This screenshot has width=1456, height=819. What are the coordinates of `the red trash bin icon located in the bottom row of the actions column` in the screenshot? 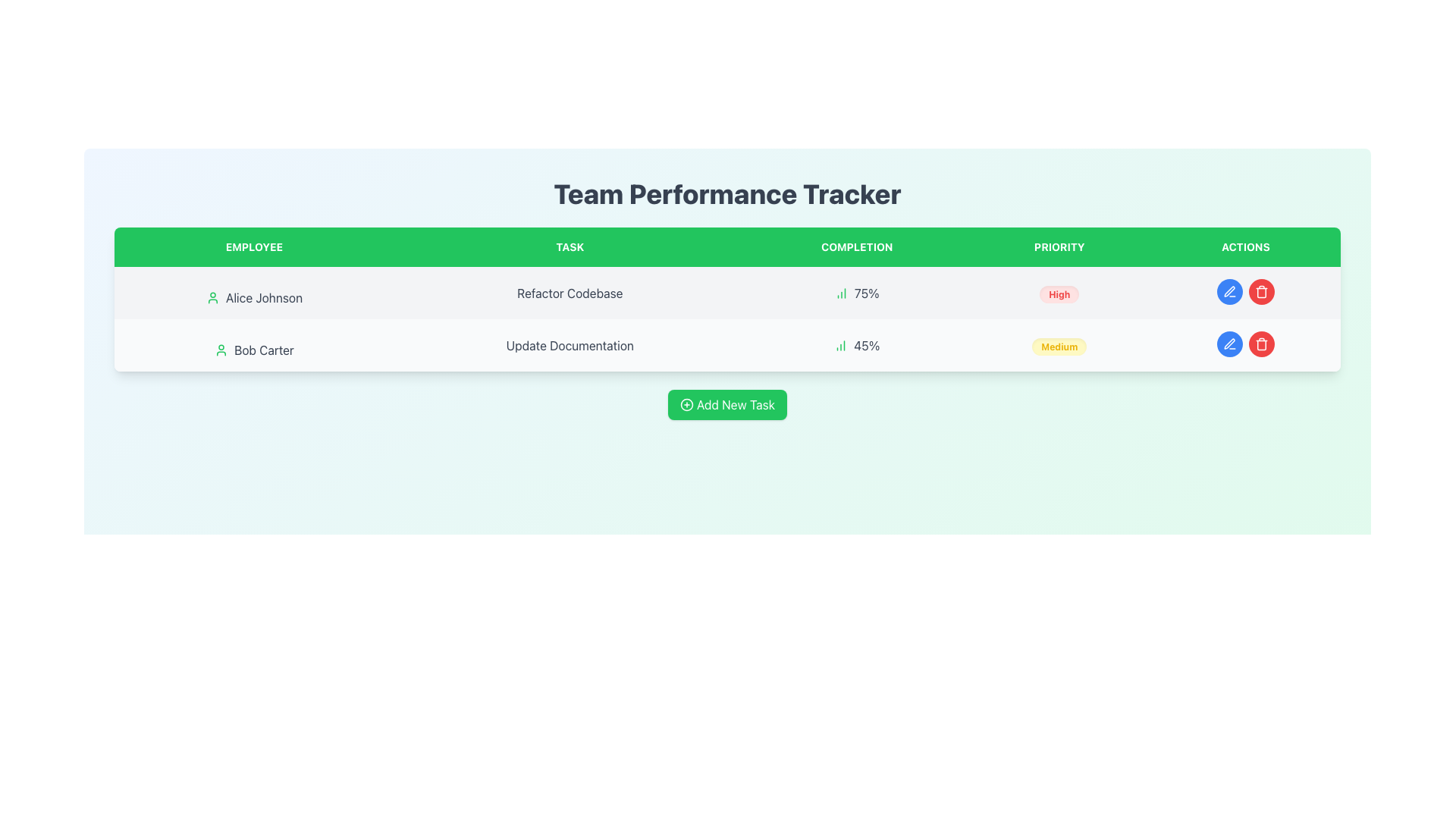 It's located at (1261, 293).